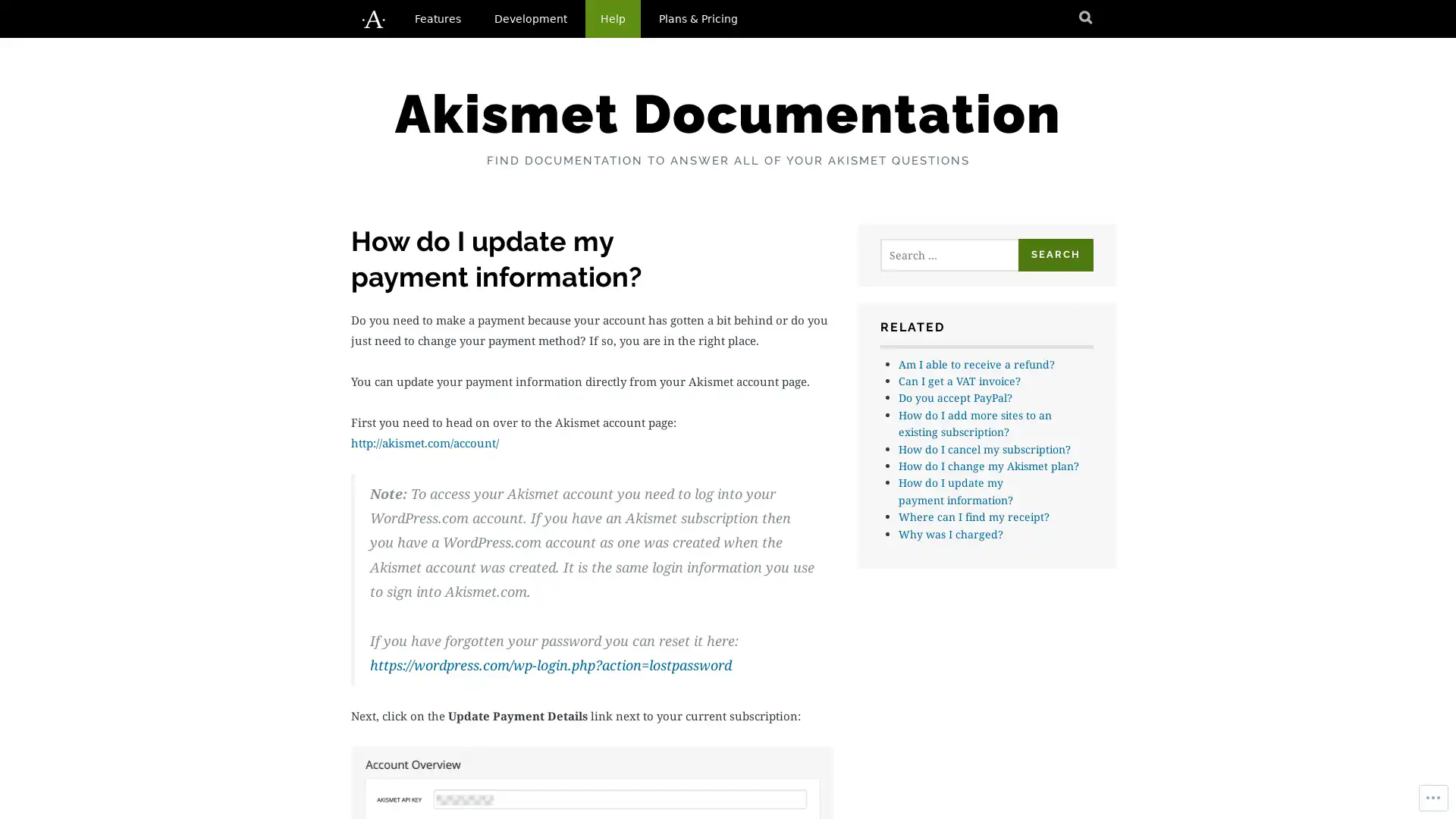  Describe the element at coordinates (1055, 254) in the screenshot. I see `Search` at that location.